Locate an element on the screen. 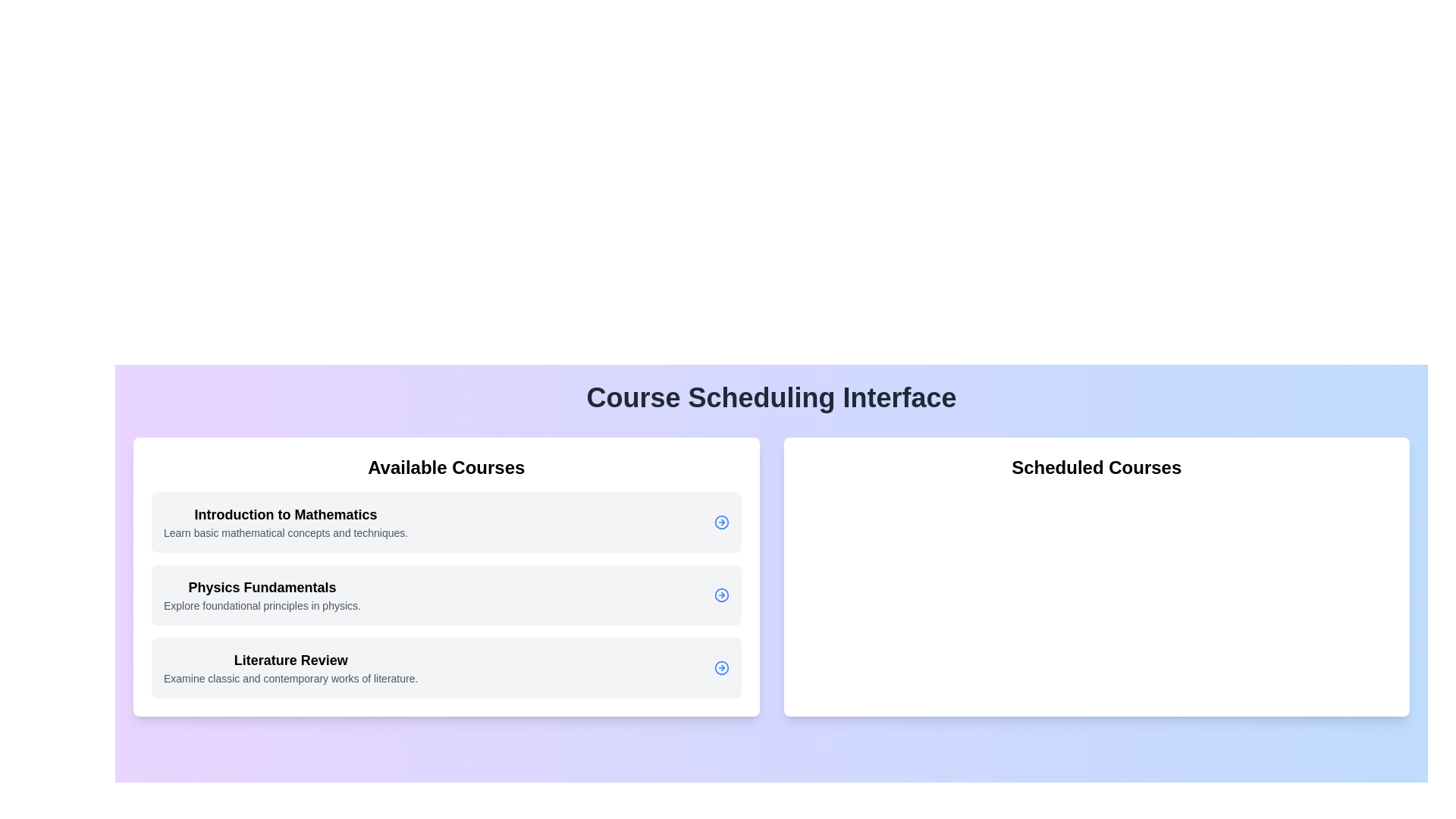 The height and width of the screenshot is (819, 1456). the title text block for the 'Physics Fundamentals' course, which is located in the second row of the course list in the scheduling interface is located at coordinates (262, 587).